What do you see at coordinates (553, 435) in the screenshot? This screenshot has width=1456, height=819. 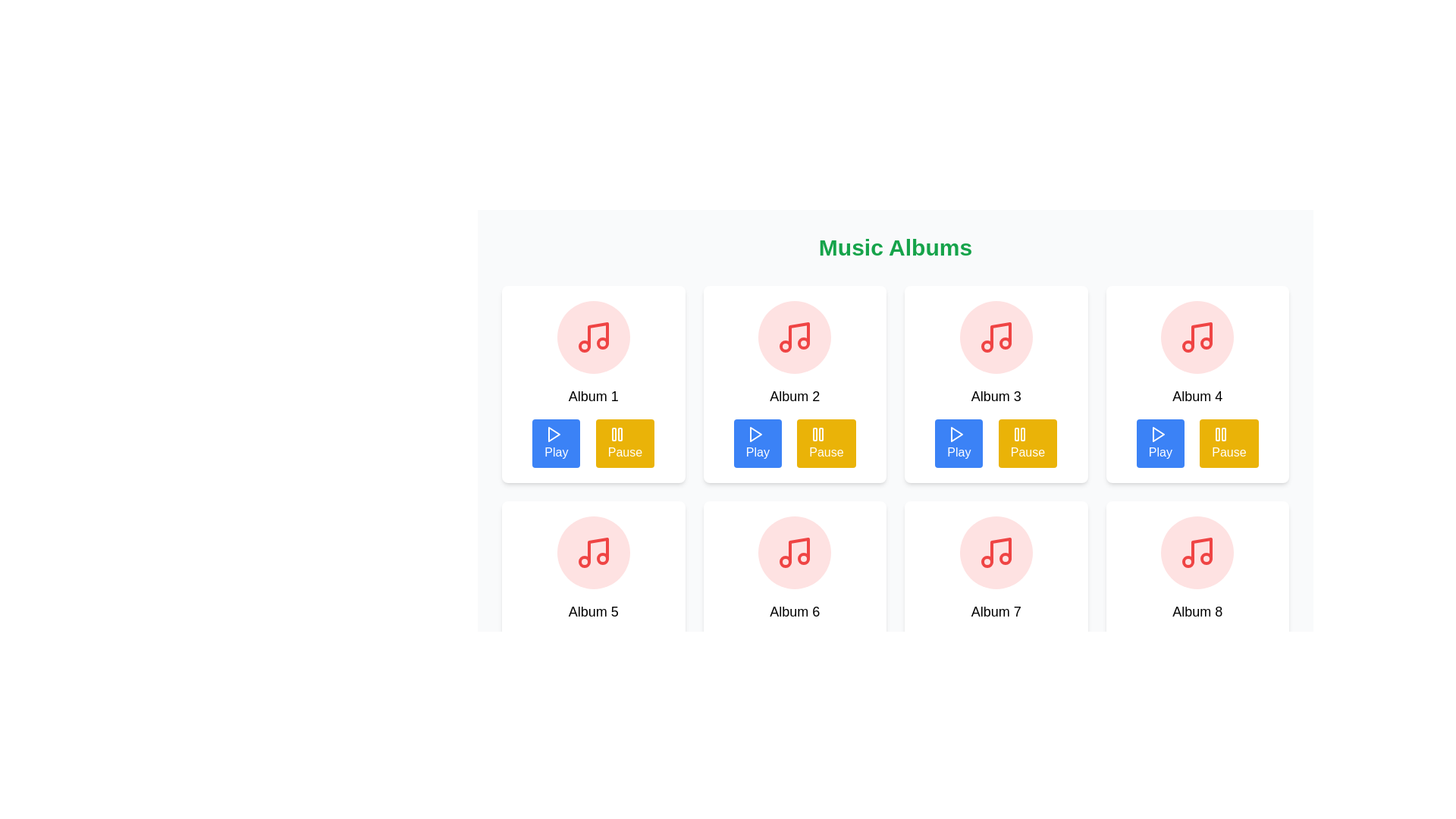 I see `the play icon located inside the blue button labeled 'Play' beneath the 'Album 1' section` at bounding box center [553, 435].